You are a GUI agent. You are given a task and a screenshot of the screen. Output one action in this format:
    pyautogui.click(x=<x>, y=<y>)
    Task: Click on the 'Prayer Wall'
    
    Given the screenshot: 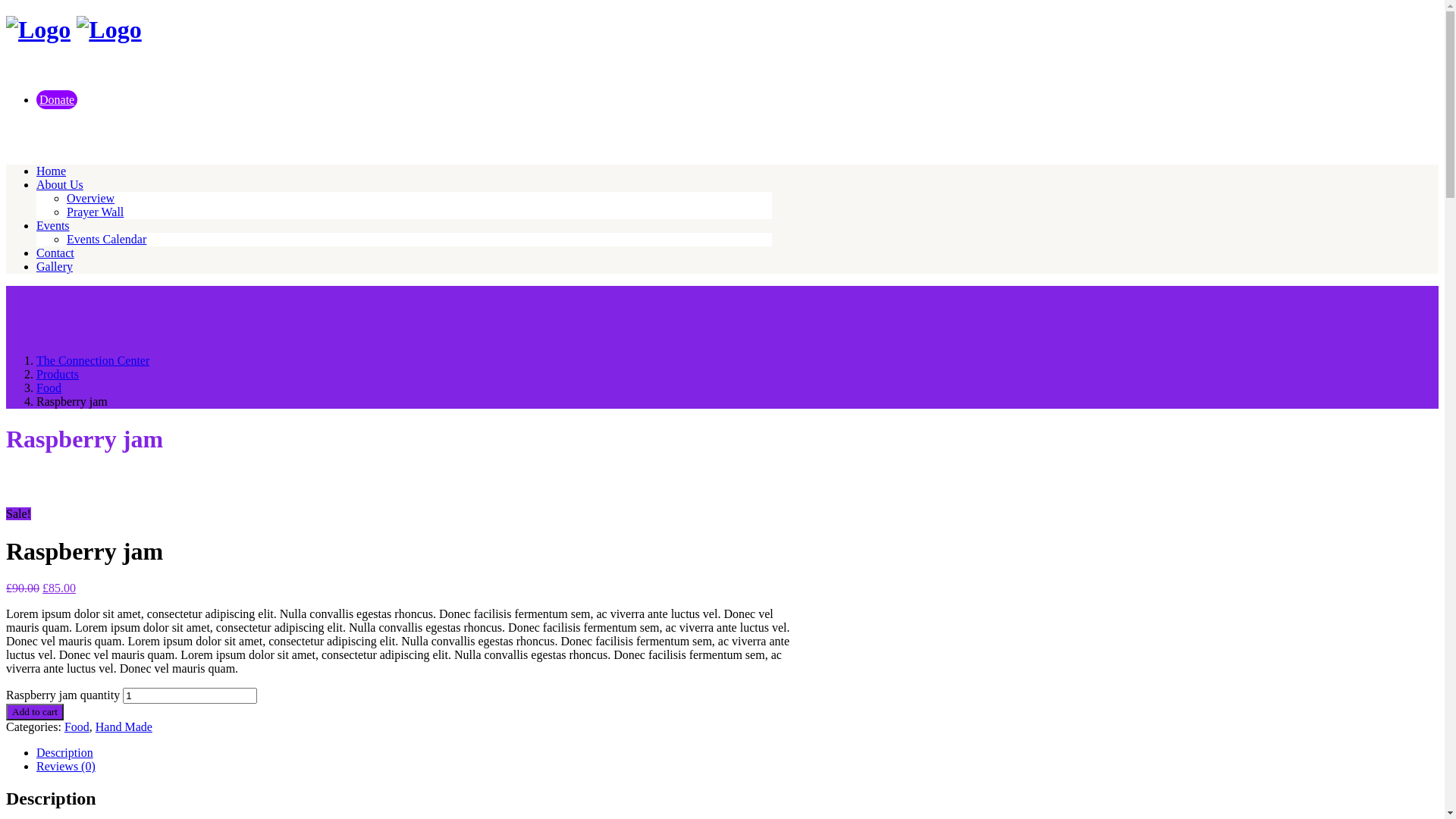 What is the action you would take?
    pyautogui.click(x=94, y=212)
    